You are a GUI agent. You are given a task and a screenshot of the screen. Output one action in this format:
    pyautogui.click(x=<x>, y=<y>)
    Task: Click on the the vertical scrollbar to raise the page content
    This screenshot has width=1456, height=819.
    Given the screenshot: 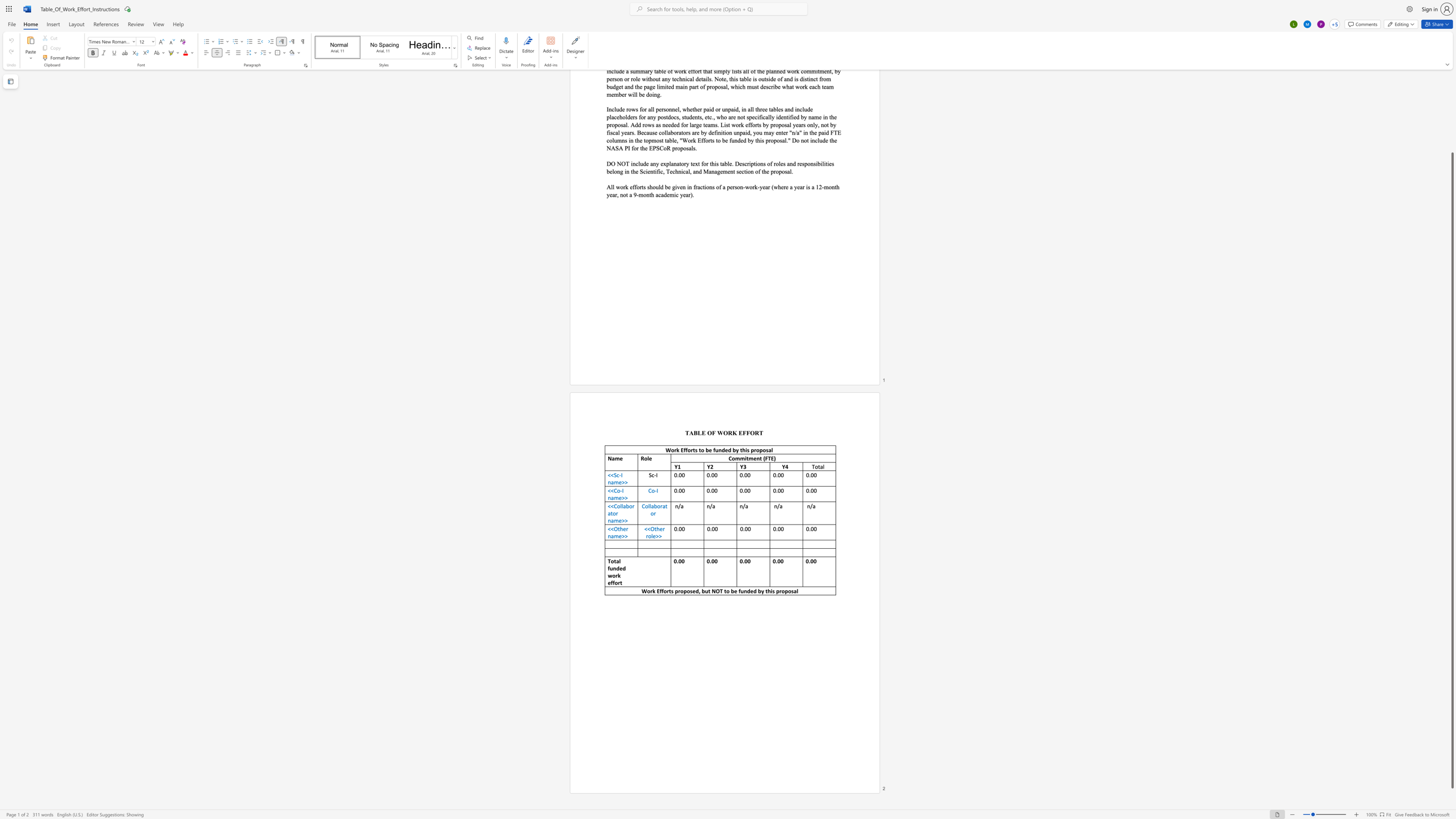 What is the action you would take?
    pyautogui.click(x=1451, y=109)
    